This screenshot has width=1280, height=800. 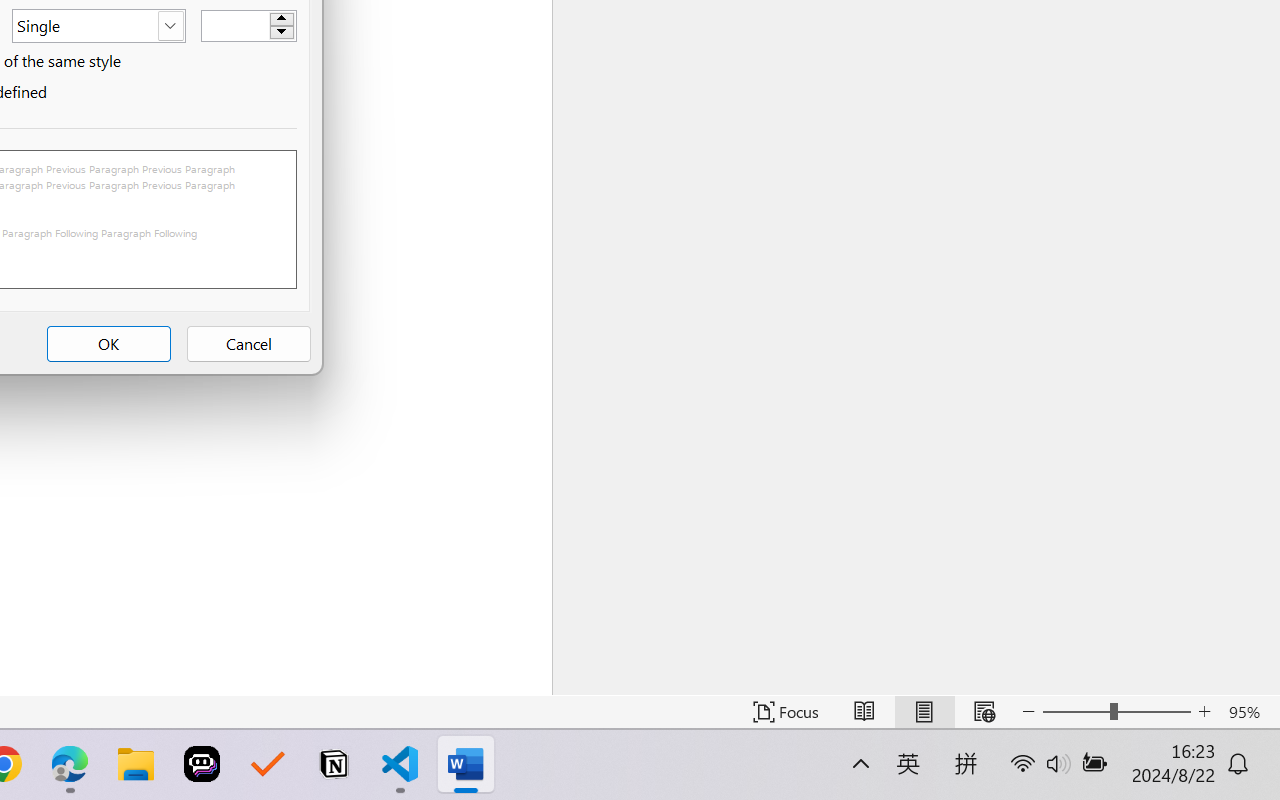 What do you see at coordinates (236, 26) in the screenshot?
I see `'RichEdit Control'` at bounding box center [236, 26].